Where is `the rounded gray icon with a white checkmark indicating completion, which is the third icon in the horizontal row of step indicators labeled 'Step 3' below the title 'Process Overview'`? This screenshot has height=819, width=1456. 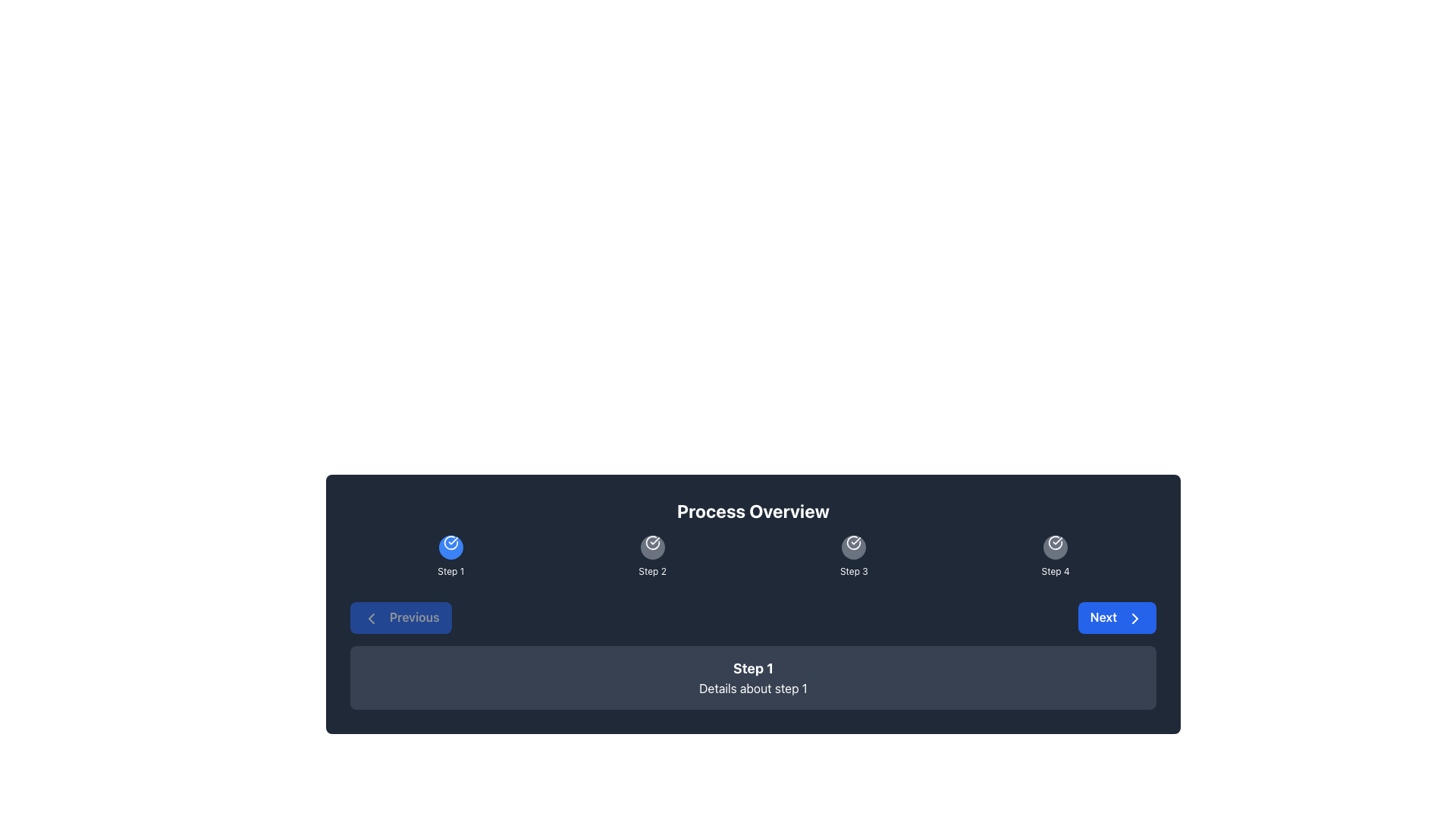
the rounded gray icon with a white checkmark indicating completion, which is the third icon in the horizontal row of step indicators labeled 'Step 3' below the title 'Process Overview' is located at coordinates (854, 547).